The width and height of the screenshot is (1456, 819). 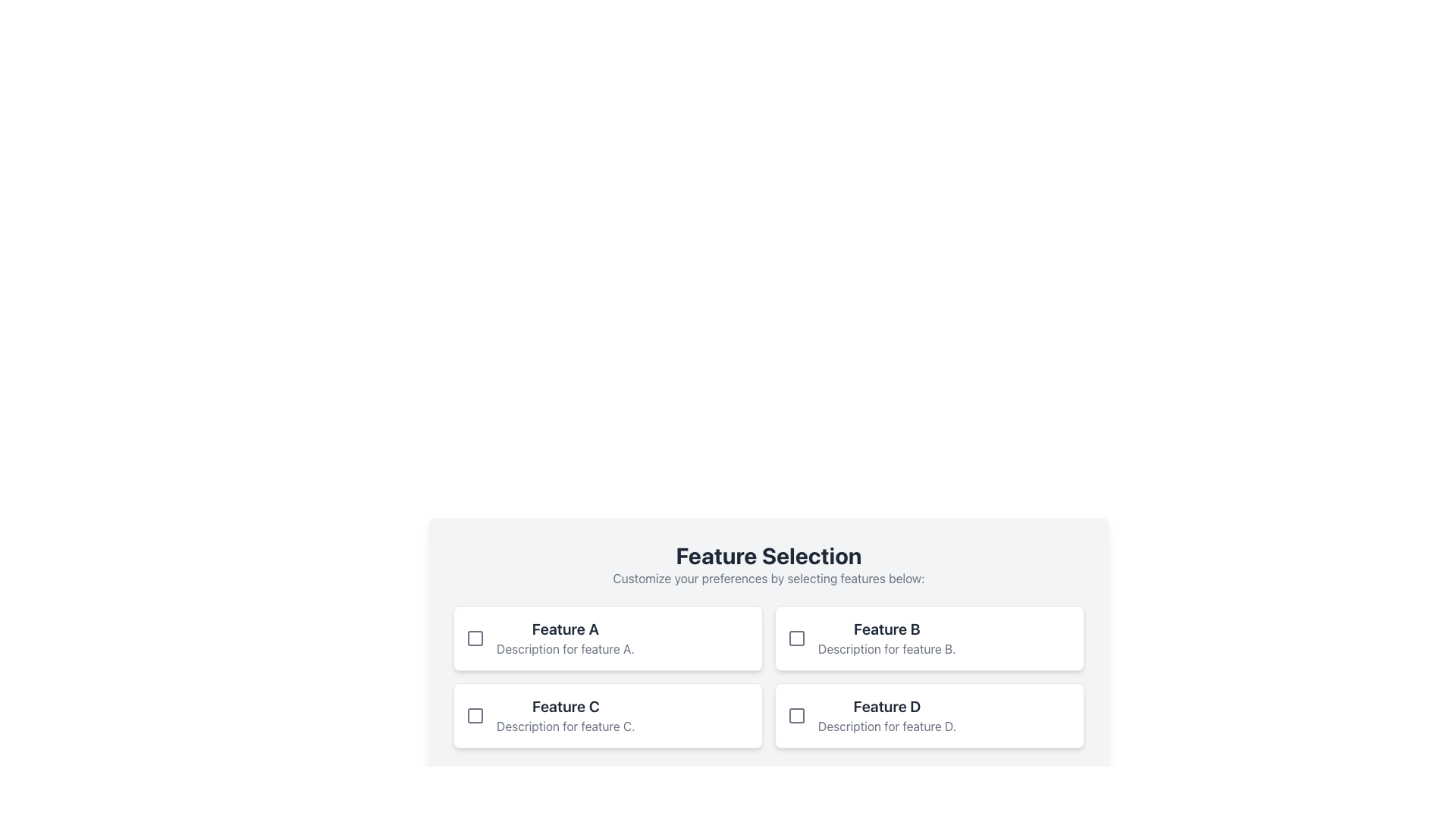 I want to click on the Header titled 'Feature Selection' which contains the subtitle 'Customize your preferences by selecting features below:', so click(x=768, y=564).